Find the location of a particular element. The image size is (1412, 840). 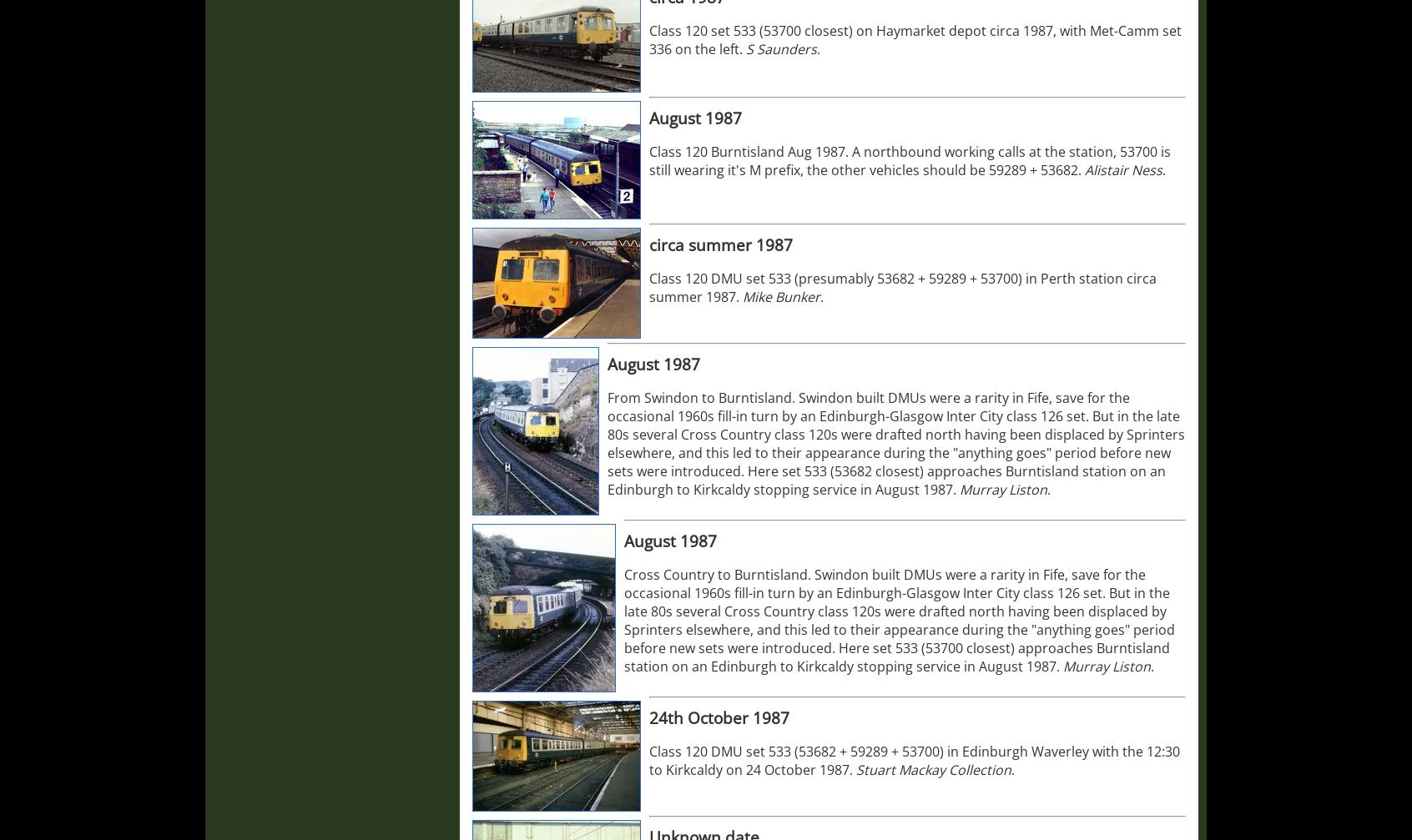

'Stuart Mackay Collection' is located at coordinates (933, 769).